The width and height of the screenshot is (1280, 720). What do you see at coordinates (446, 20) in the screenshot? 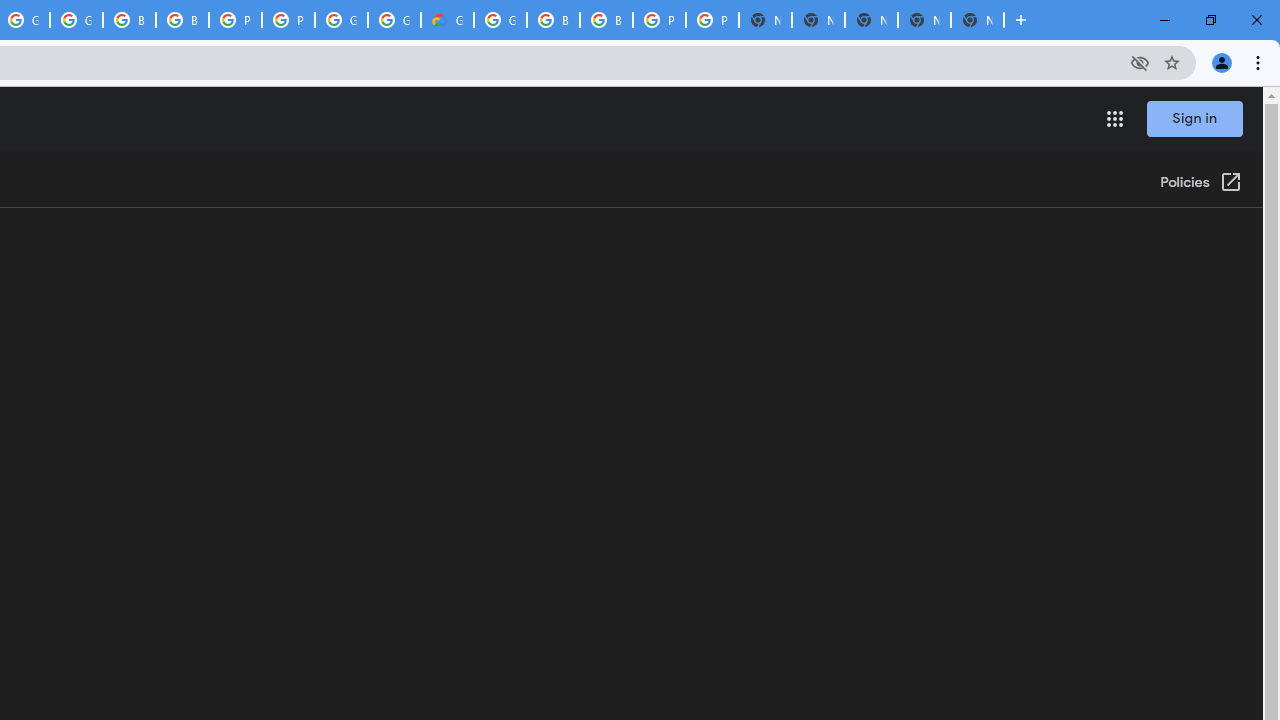
I see `'Google Cloud Estimate Summary'` at bounding box center [446, 20].